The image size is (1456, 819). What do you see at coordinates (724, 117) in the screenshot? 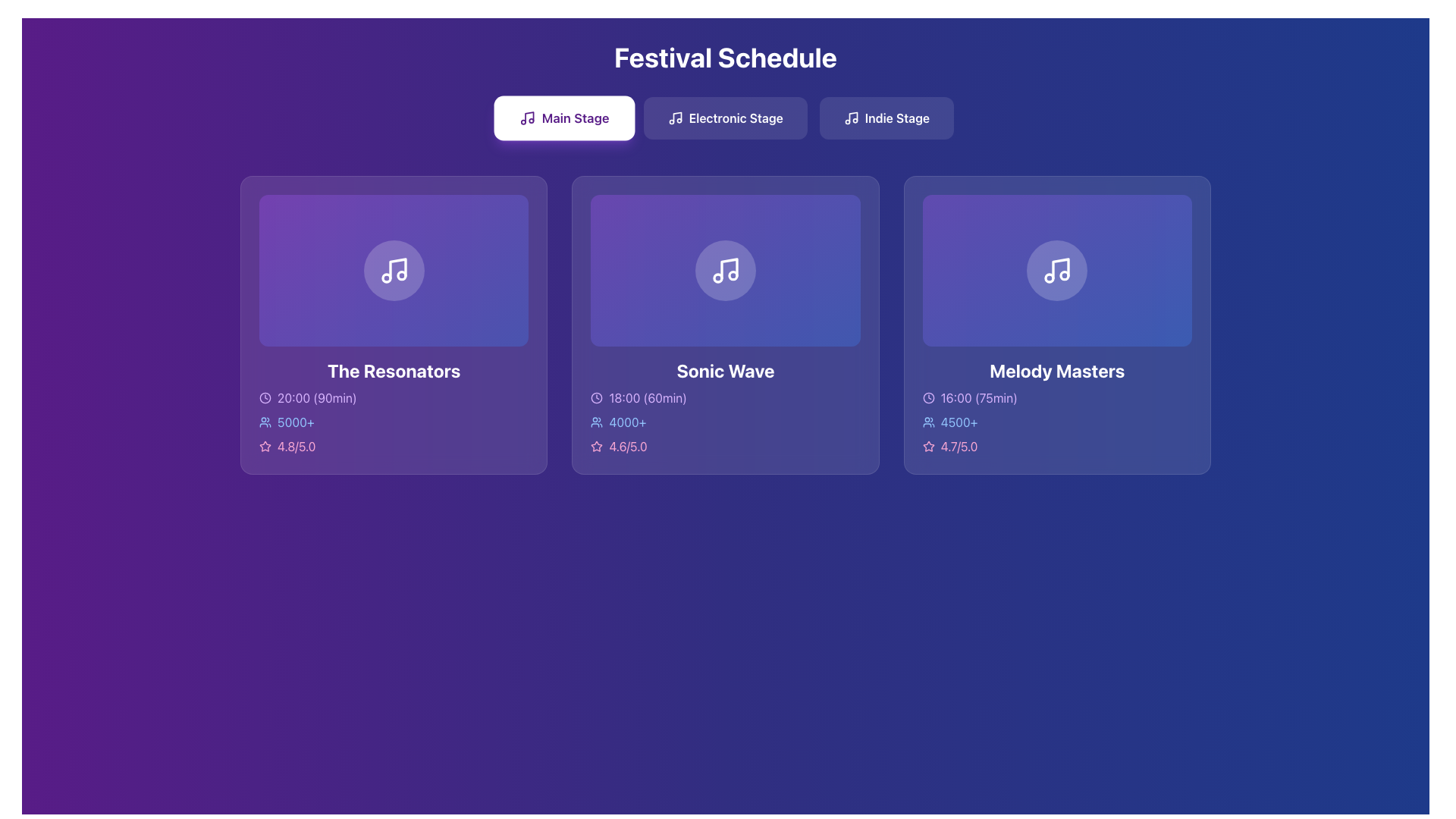
I see `the middle button under the 'Festival Schedule' heading` at bounding box center [724, 117].